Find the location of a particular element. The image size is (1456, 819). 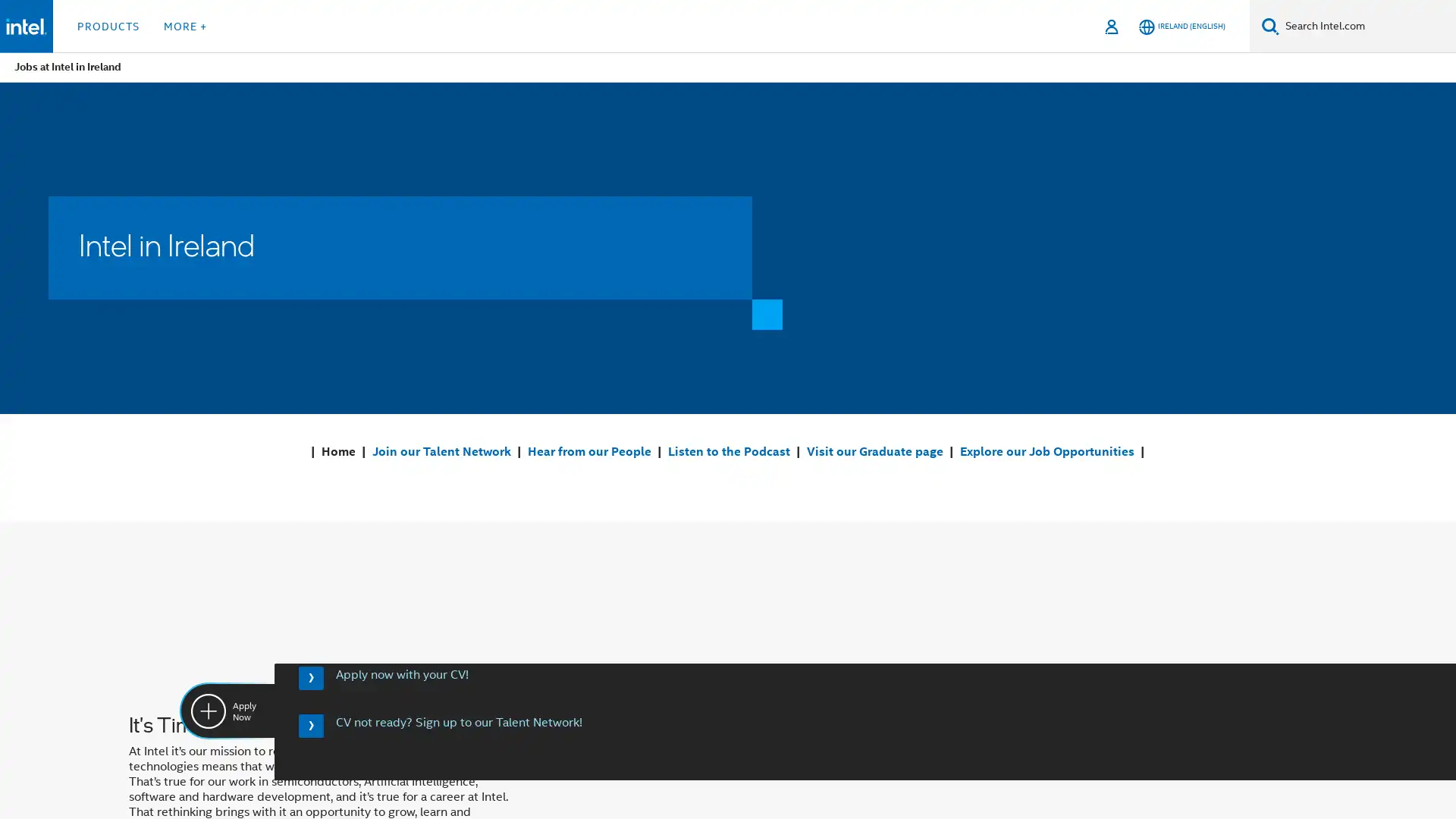

Activate Cookies is located at coordinates (1046, 774).